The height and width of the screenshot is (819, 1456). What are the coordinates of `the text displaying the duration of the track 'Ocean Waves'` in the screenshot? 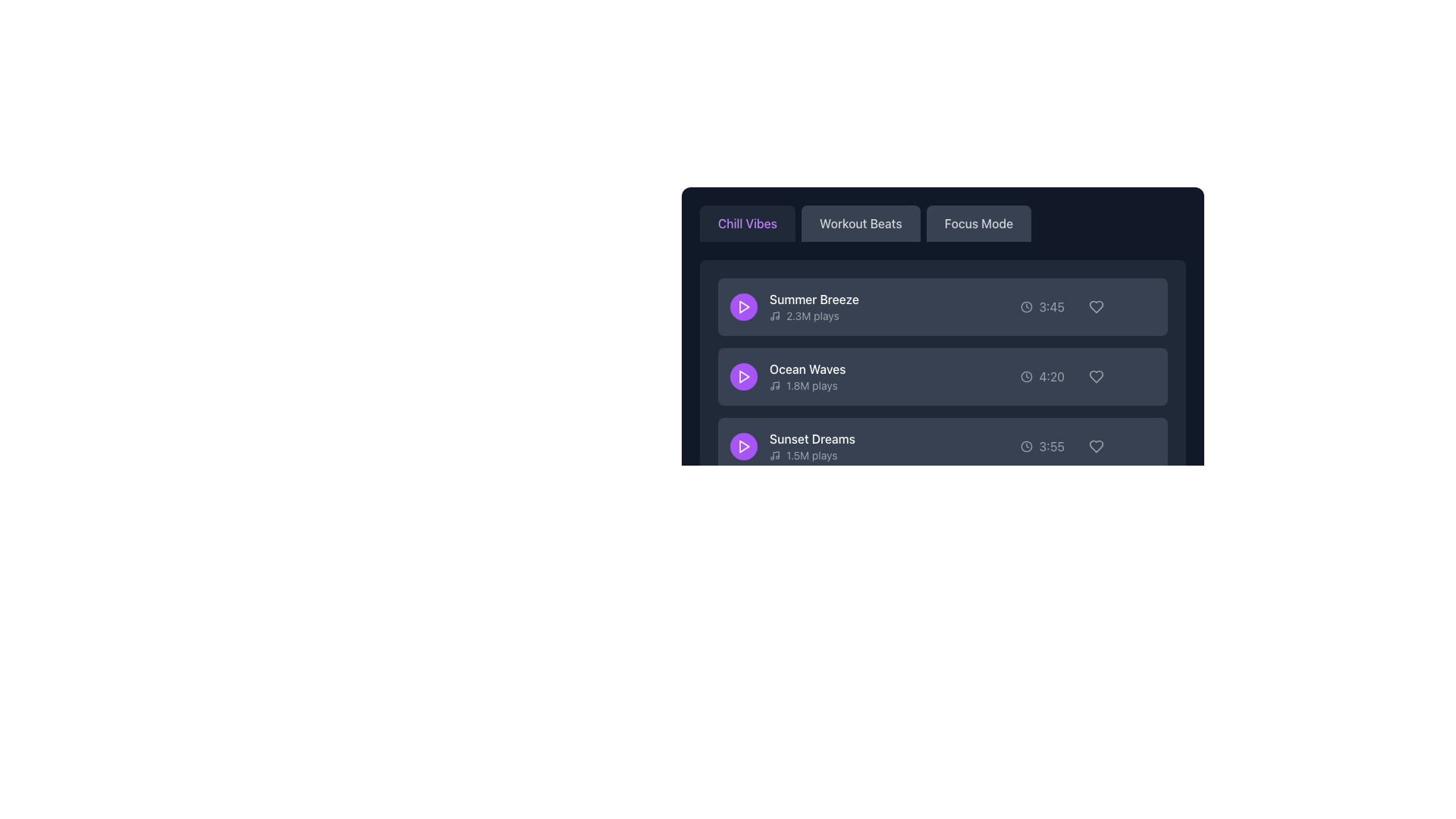 It's located at (1051, 376).